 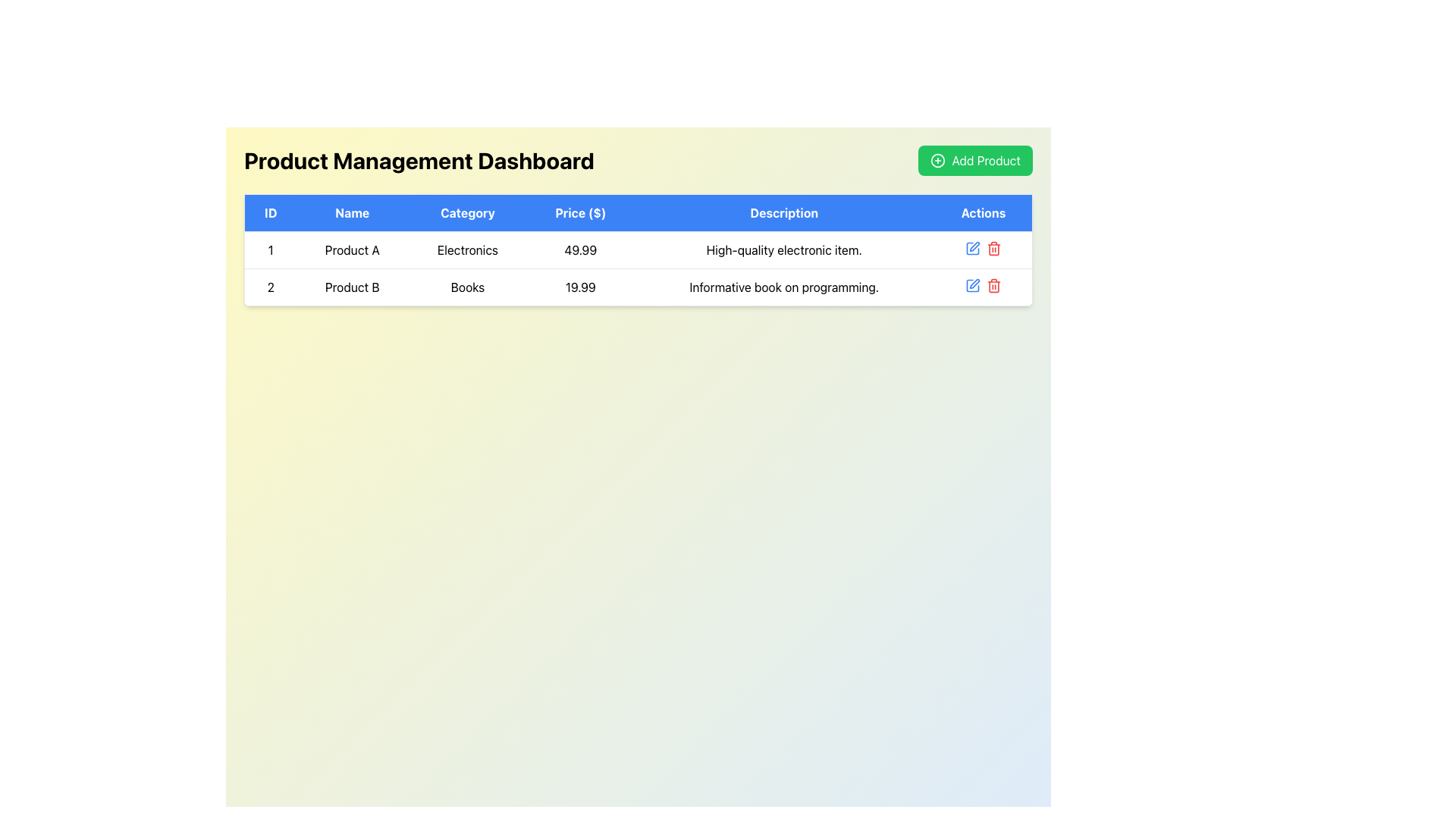 I want to click on the delete icon in the Control group located in the second row of the grid in the 'Actions' column, so click(x=983, y=247).